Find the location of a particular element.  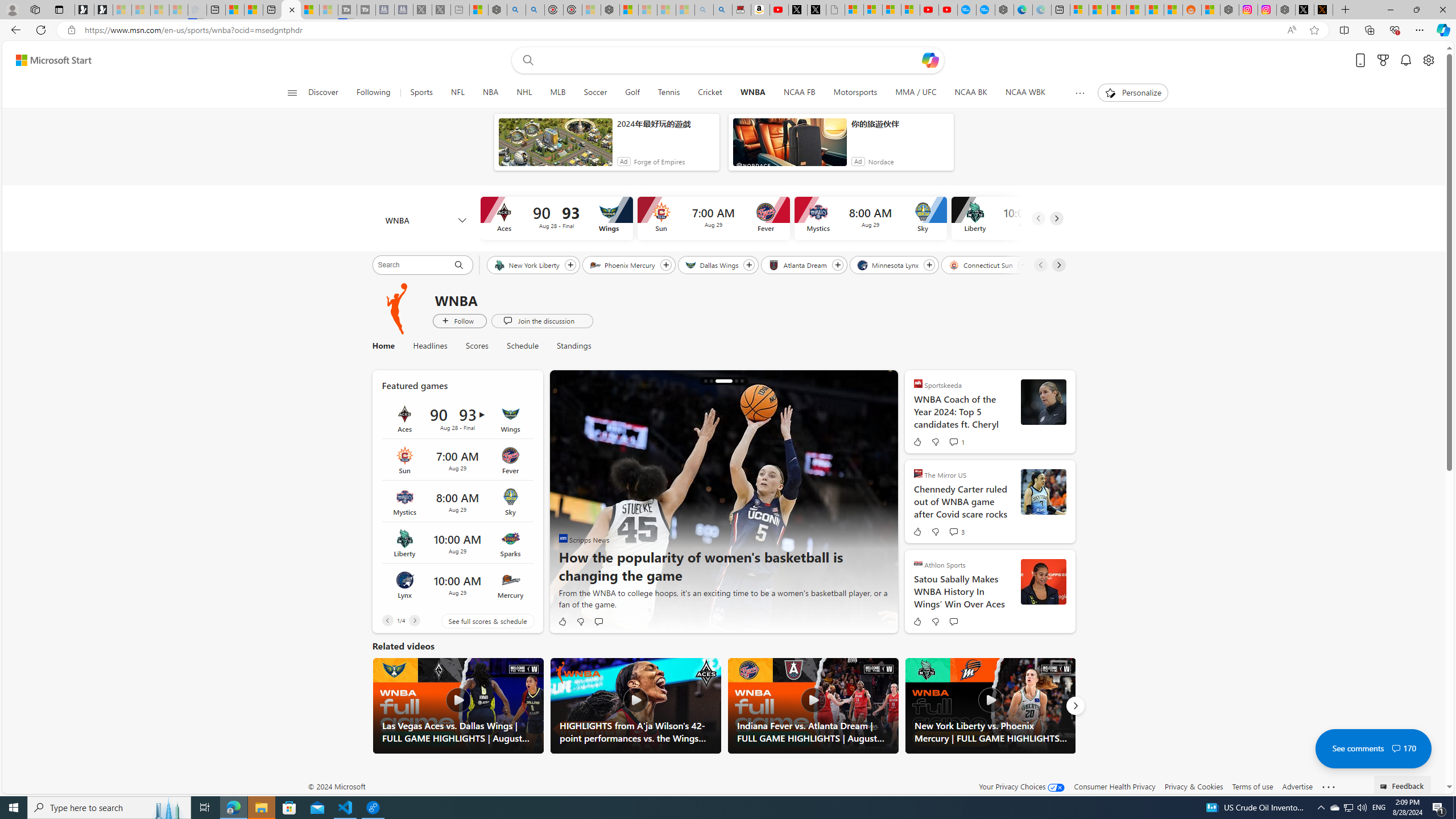

'NCAA WBK' is located at coordinates (1024, 92).